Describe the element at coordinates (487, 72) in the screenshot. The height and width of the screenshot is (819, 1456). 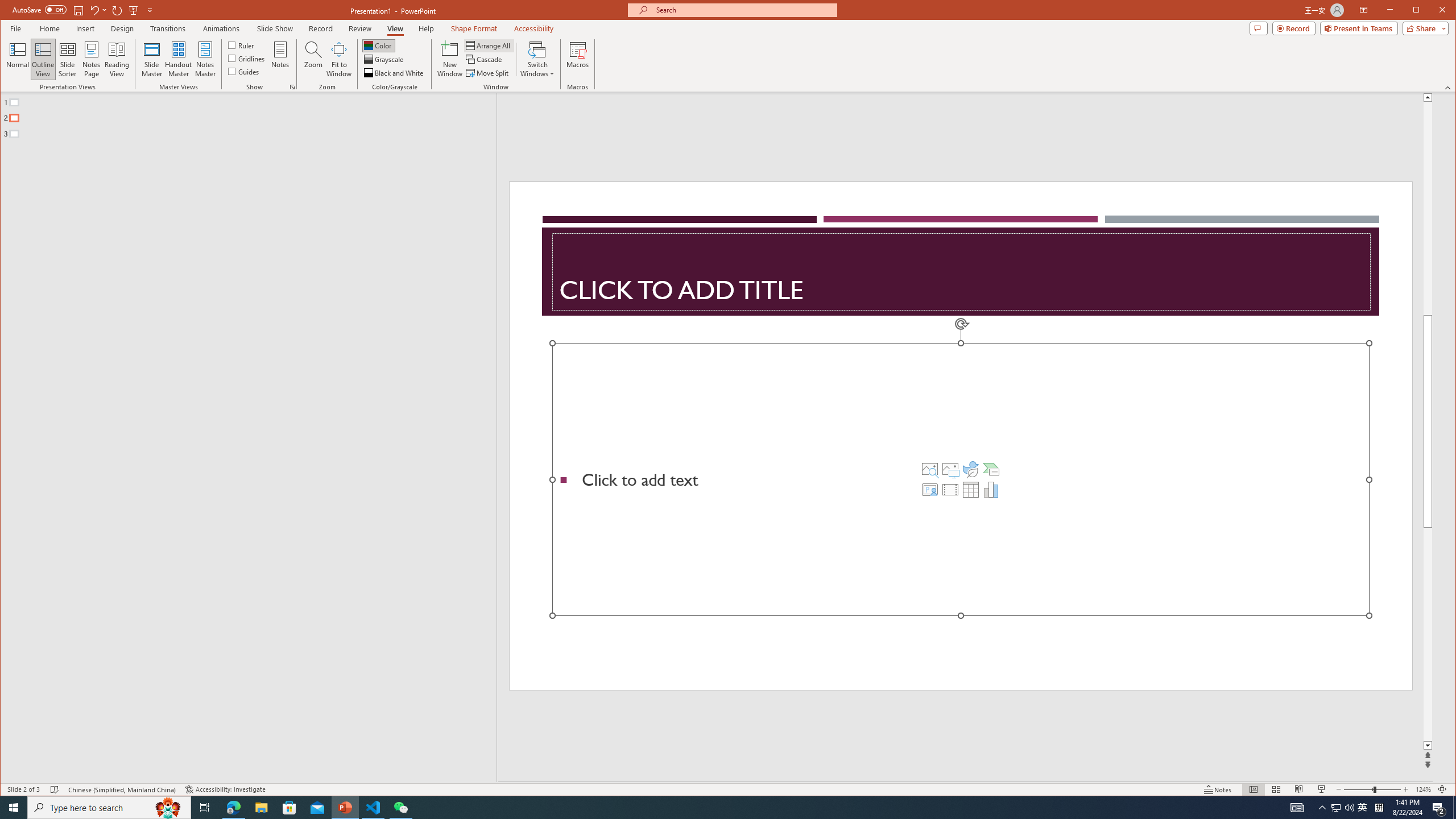
I see `'Move Split'` at that location.